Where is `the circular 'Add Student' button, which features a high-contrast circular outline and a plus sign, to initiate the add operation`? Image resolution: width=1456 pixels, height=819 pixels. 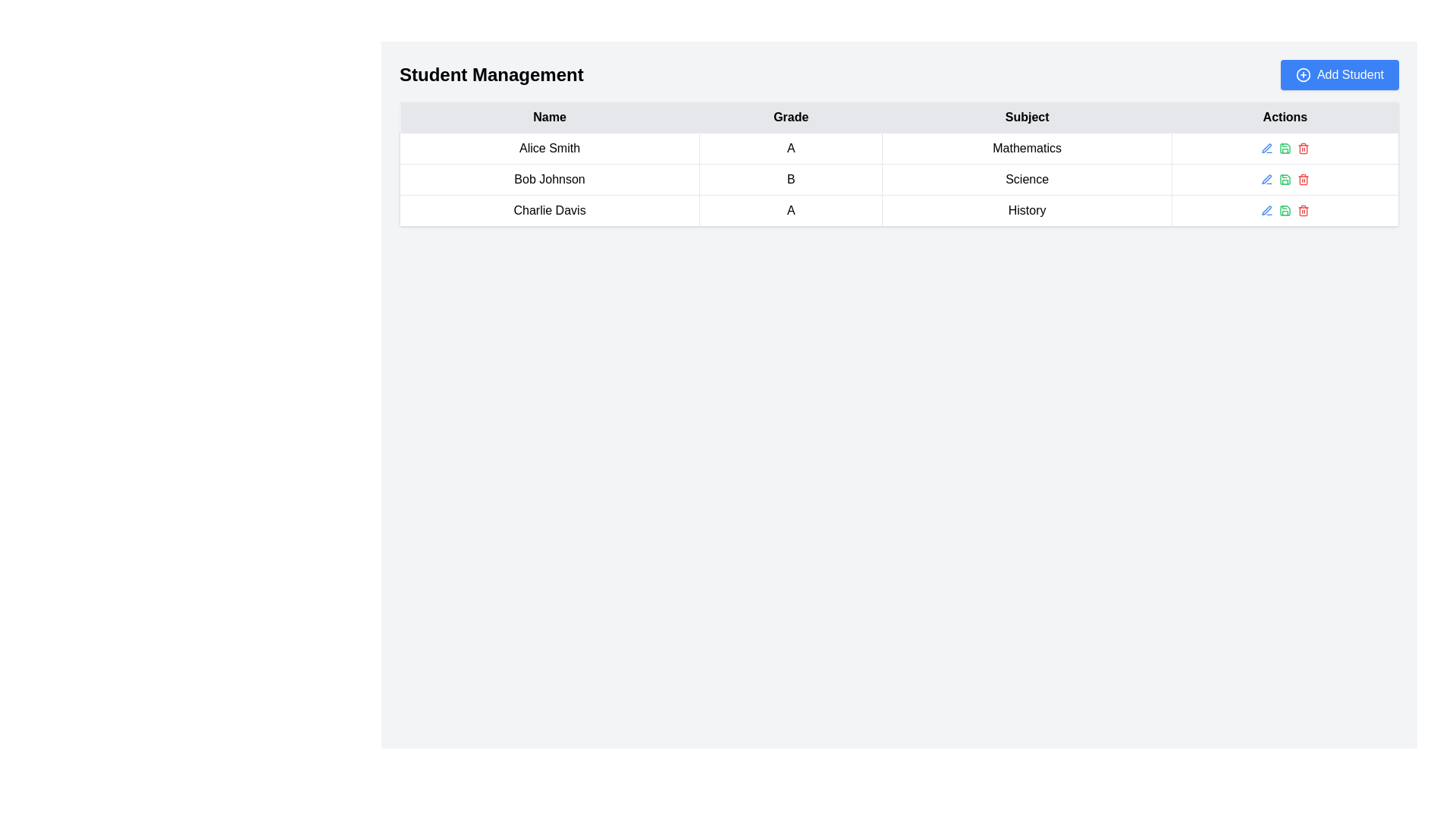
the circular 'Add Student' button, which features a high-contrast circular outline and a plus sign, to initiate the add operation is located at coordinates (1302, 75).